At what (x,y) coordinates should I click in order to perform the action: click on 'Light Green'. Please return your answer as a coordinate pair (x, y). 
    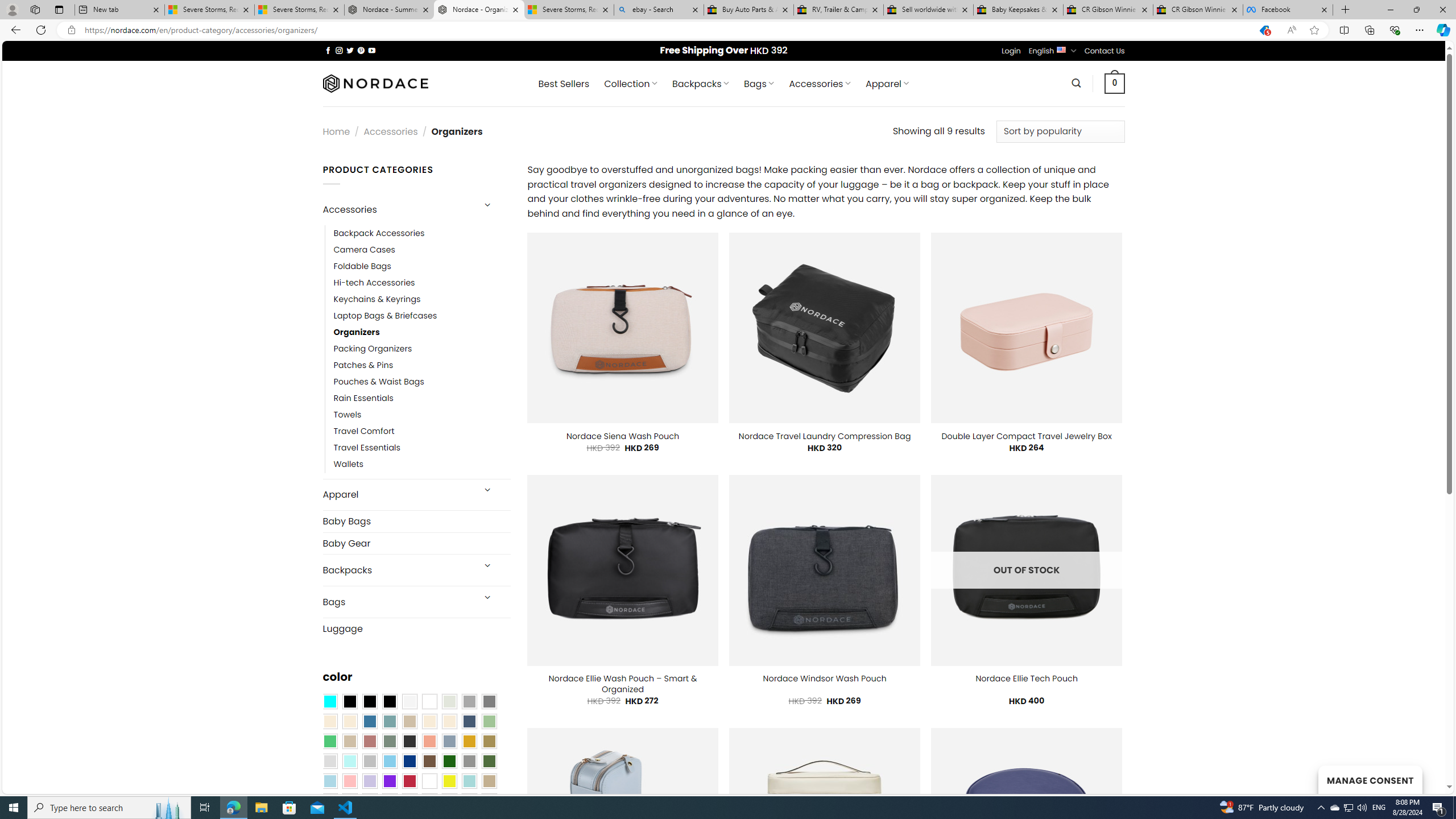
    Looking at the image, I should click on (489, 721).